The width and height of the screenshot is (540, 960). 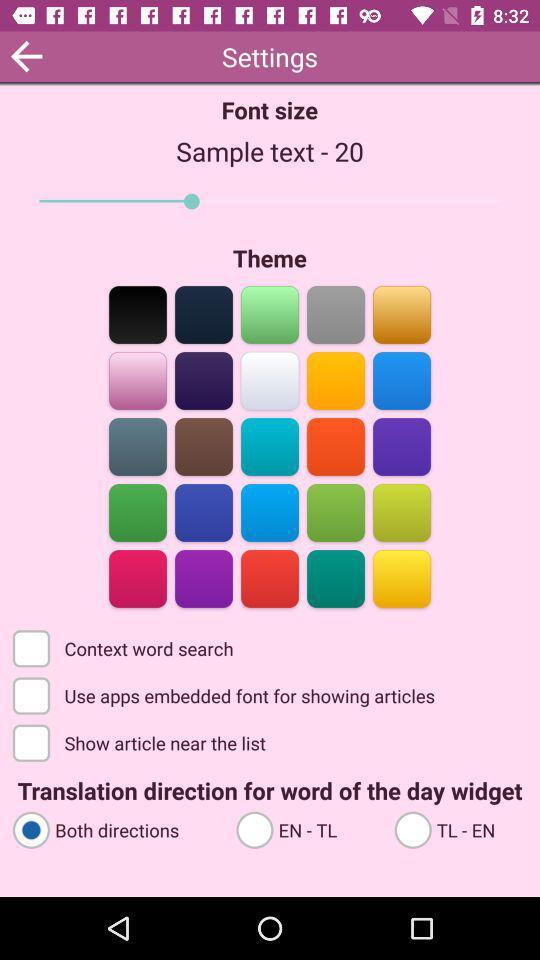 I want to click on color scheme selection, so click(x=335, y=313).